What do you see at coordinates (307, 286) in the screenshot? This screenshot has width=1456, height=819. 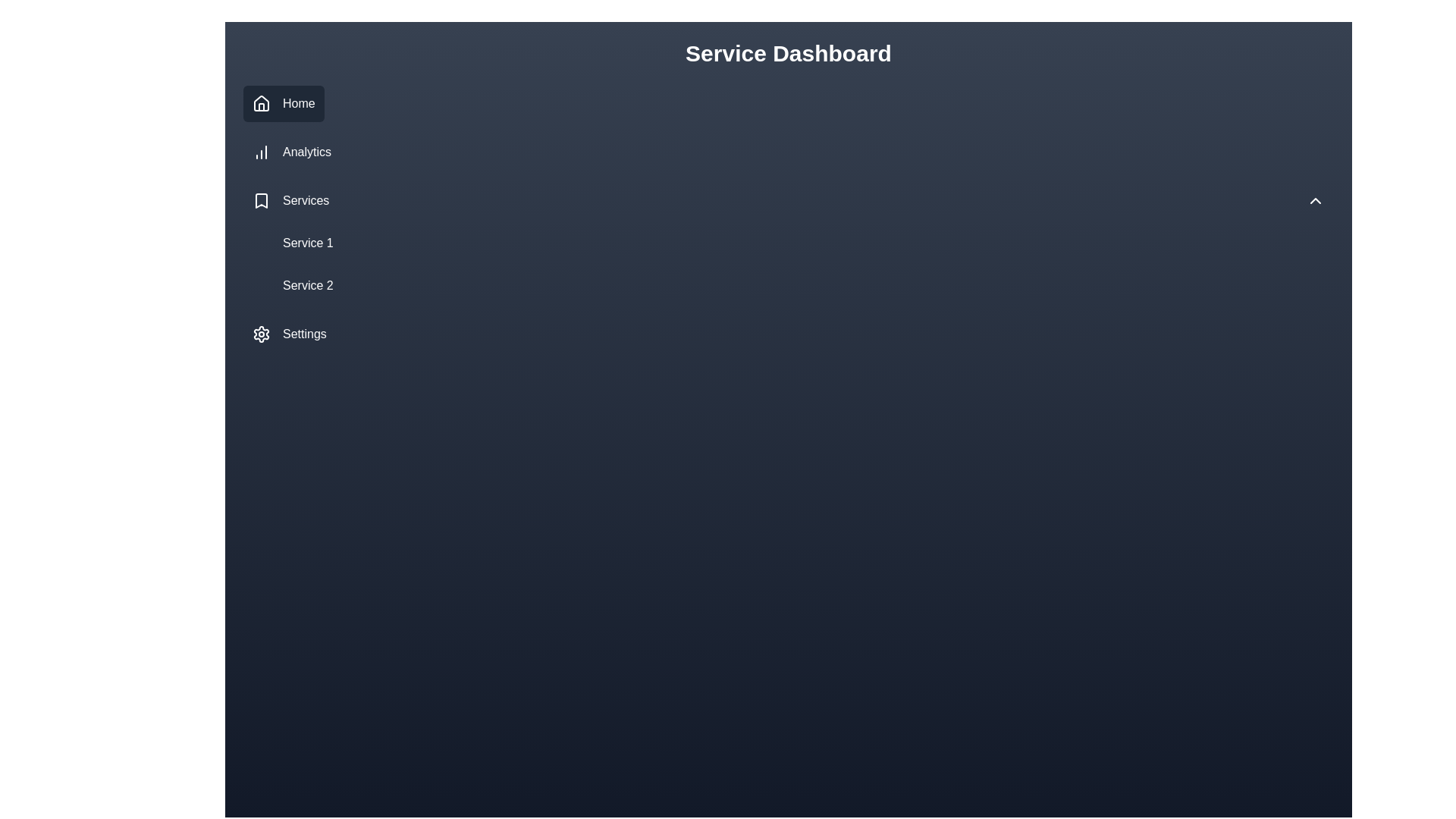 I see `the menu item labeled 'Service 2' in the sidebar navigation` at bounding box center [307, 286].